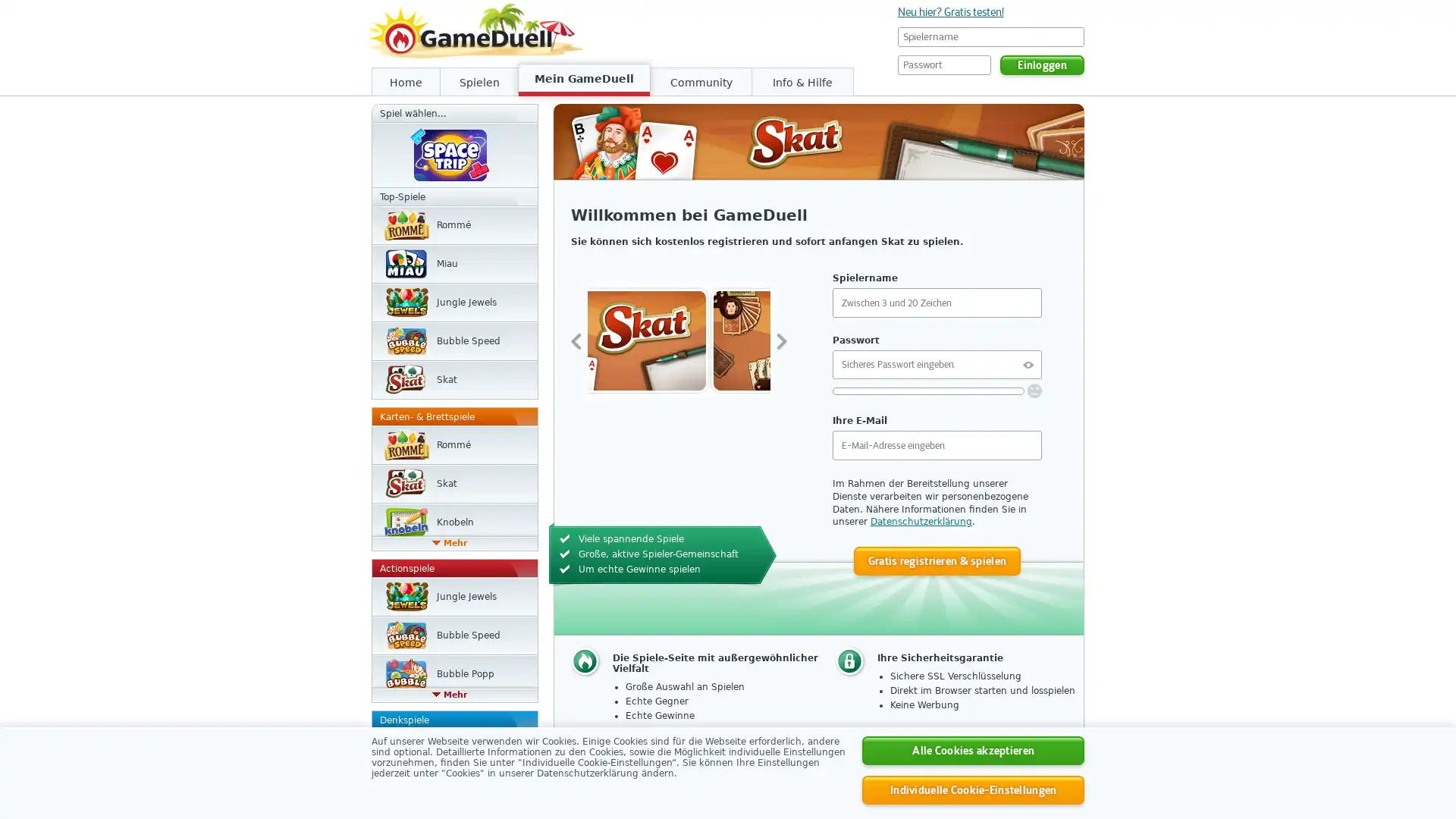 This screenshot has height=819, width=1456. What do you see at coordinates (936, 560) in the screenshot?
I see `Gratis registrieren & spielen` at bounding box center [936, 560].